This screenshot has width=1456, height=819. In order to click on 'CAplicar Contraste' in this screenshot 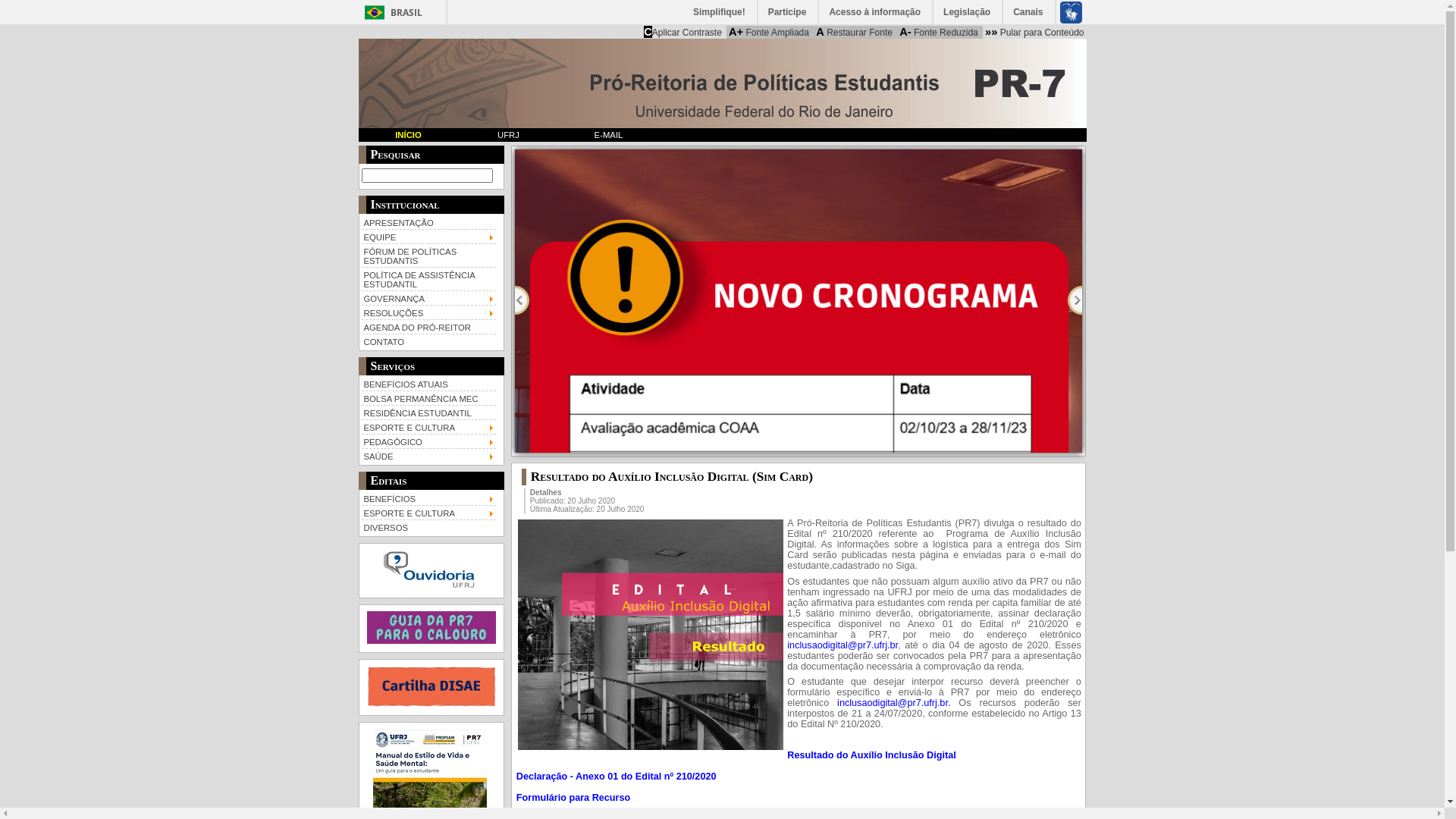, I will do `click(682, 32)`.